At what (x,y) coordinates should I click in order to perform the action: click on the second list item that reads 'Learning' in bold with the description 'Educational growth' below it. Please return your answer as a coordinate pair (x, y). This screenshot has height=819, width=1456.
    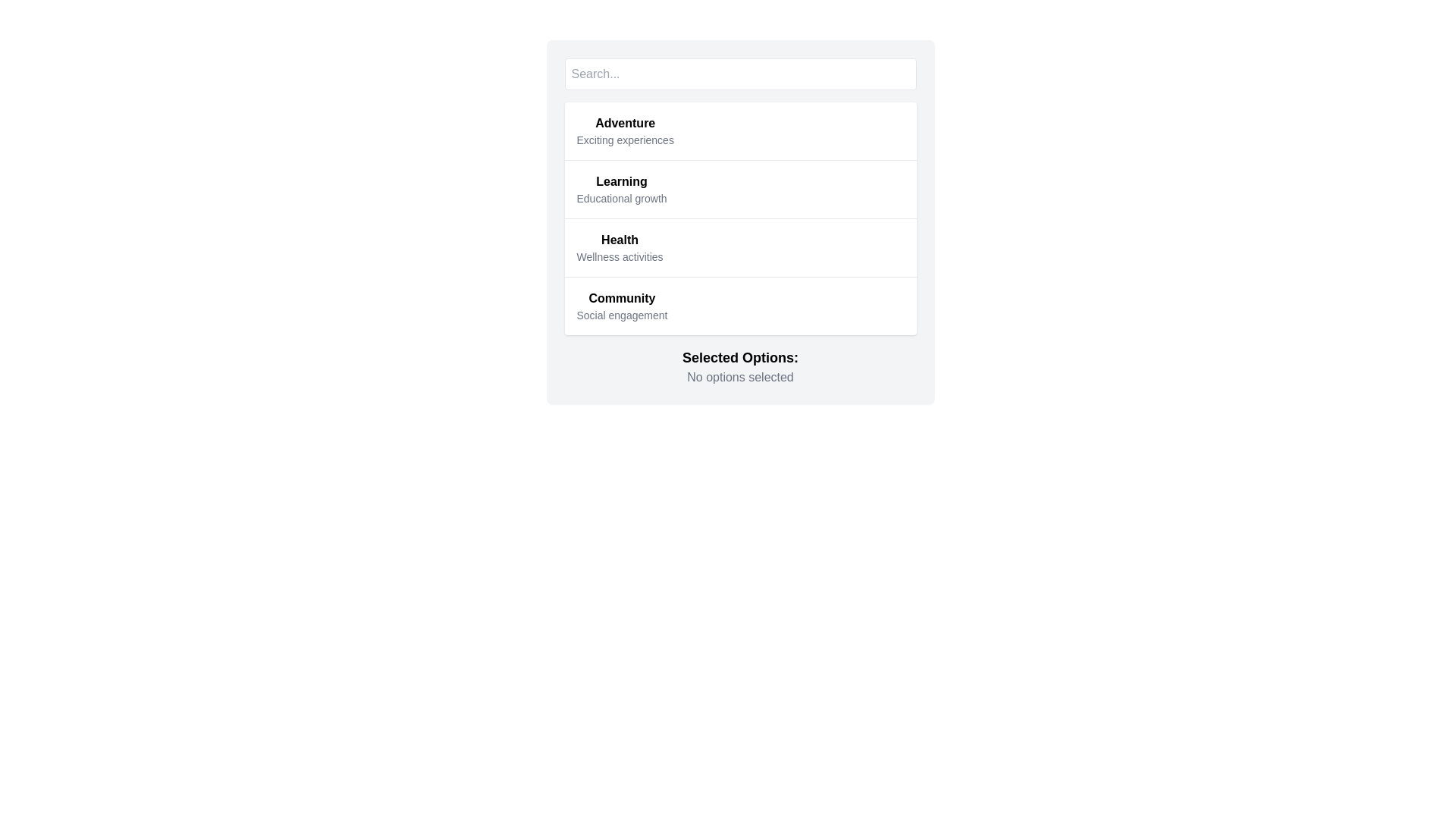
    Looking at the image, I should click on (740, 188).